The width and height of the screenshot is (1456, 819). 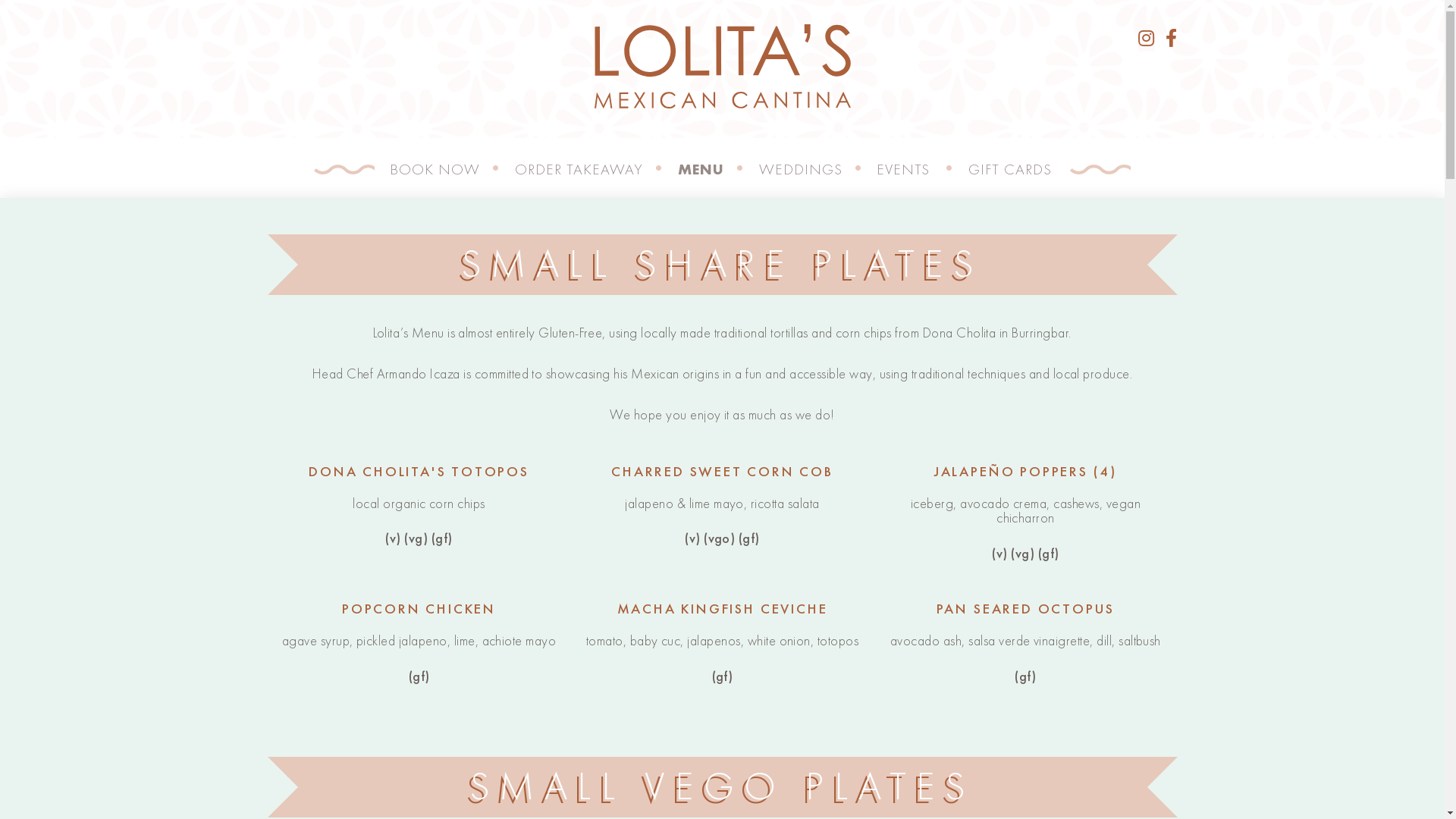 I want to click on 'MENU', so click(x=676, y=169).